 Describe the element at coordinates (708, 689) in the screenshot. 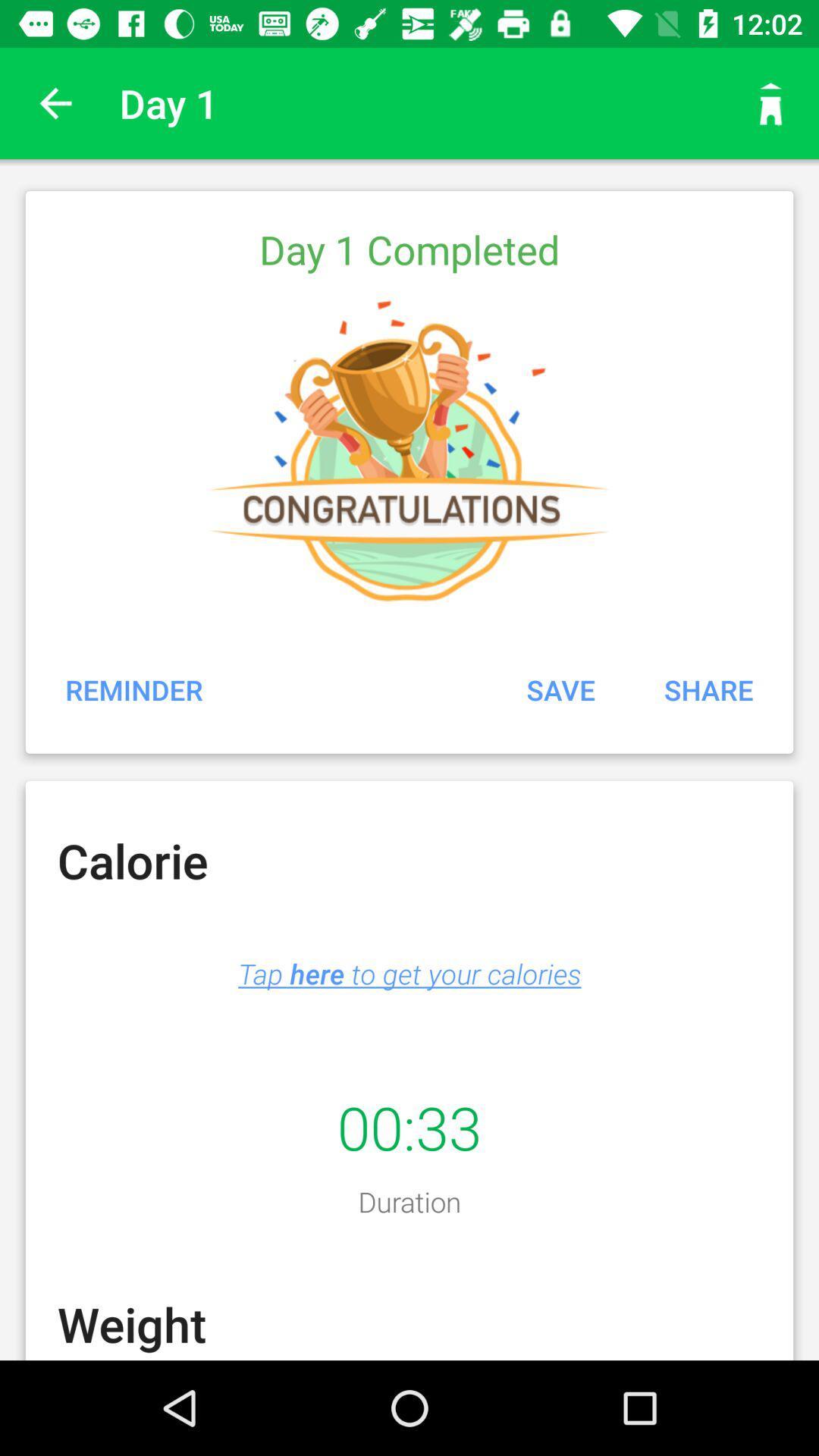

I see `share item` at that location.